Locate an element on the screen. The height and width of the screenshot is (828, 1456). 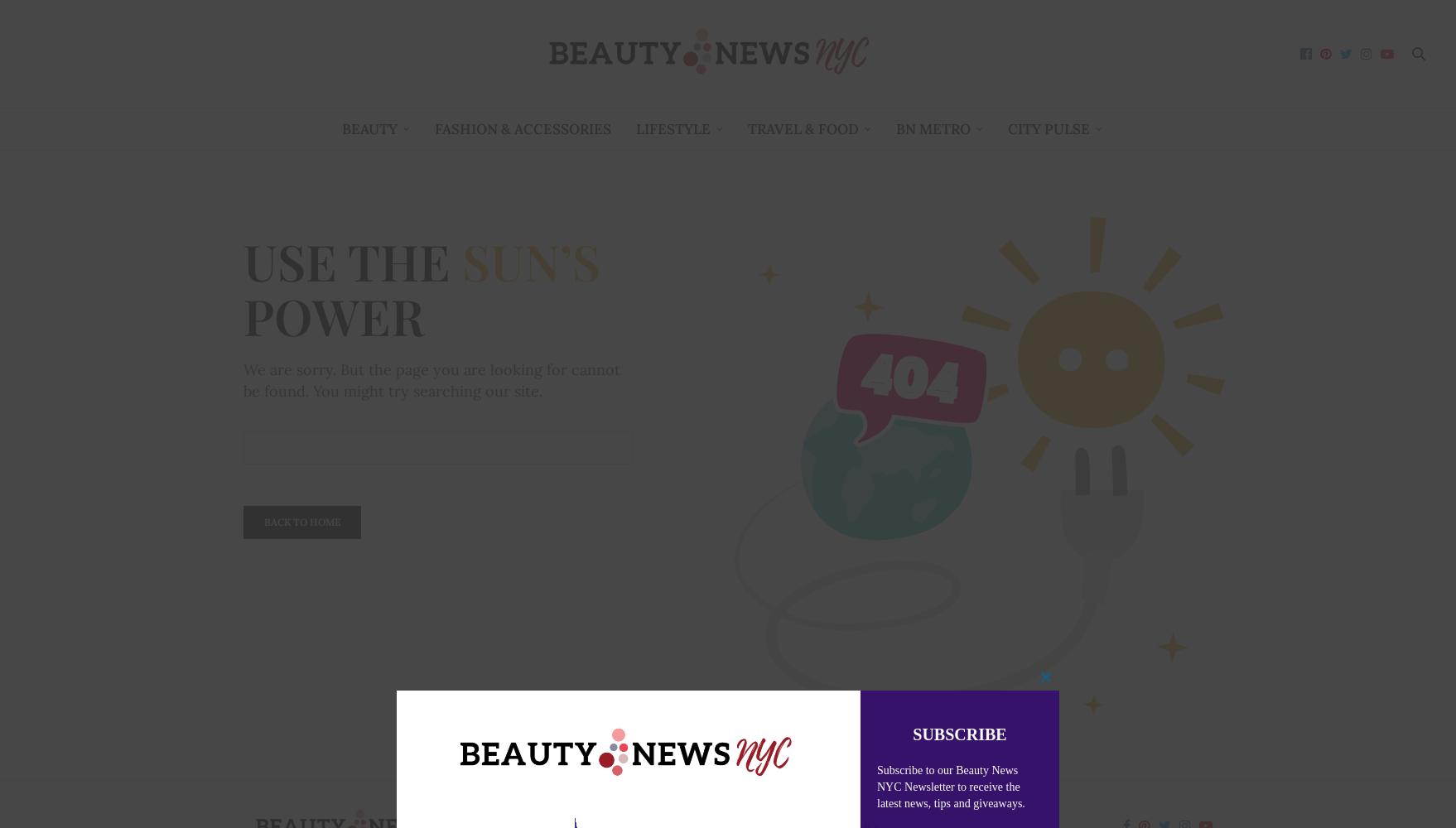
'SUN’S' is located at coordinates (460, 260).